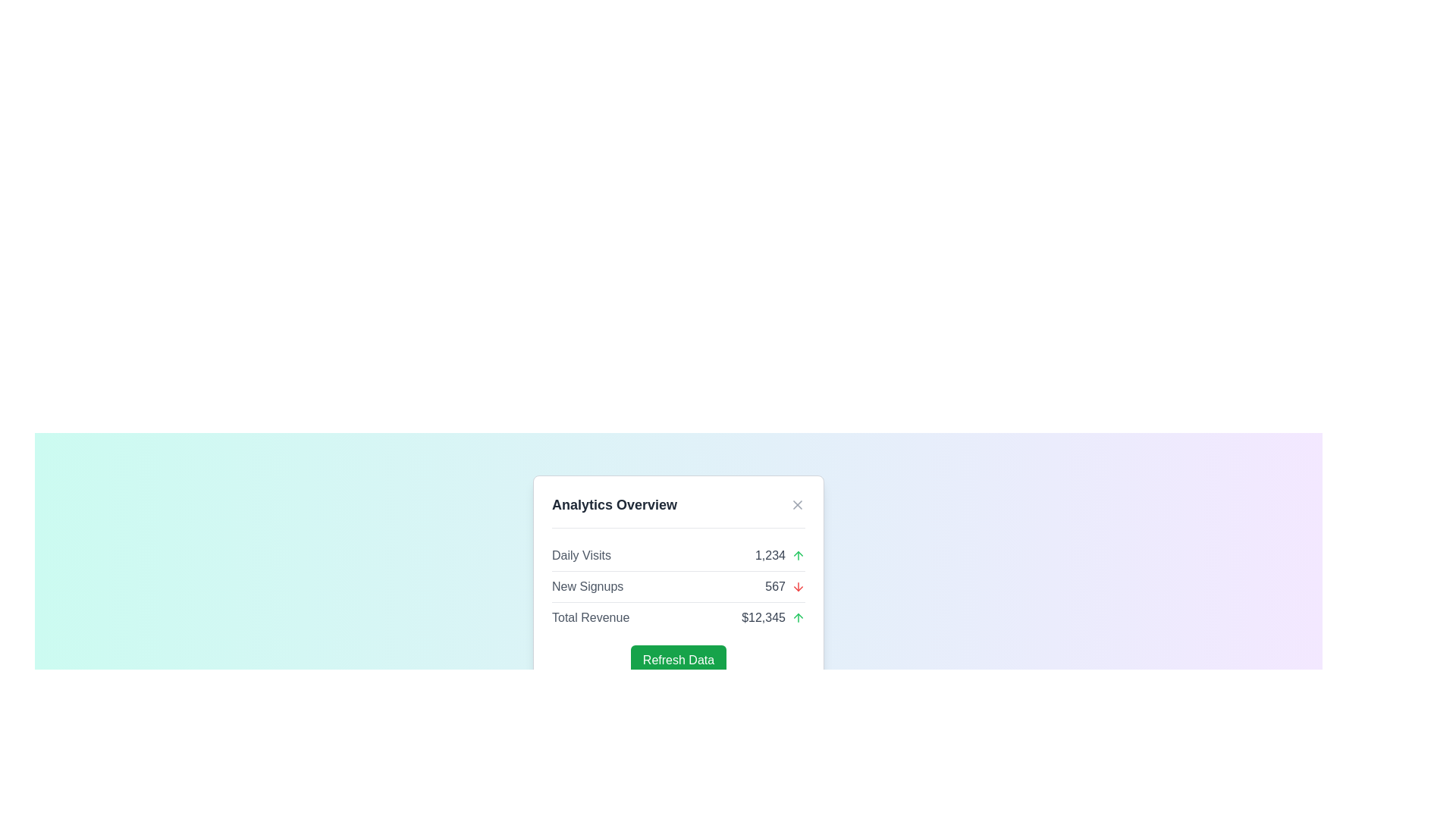 Image resolution: width=1456 pixels, height=819 pixels. Describe the element at coordinates (797, 617) in the screenshot. I see `the growth indicator icon located to the right of the text '$12,345' in the bottom-most row of the 'Analytics Overview' display box for additional details or actions` at that location.